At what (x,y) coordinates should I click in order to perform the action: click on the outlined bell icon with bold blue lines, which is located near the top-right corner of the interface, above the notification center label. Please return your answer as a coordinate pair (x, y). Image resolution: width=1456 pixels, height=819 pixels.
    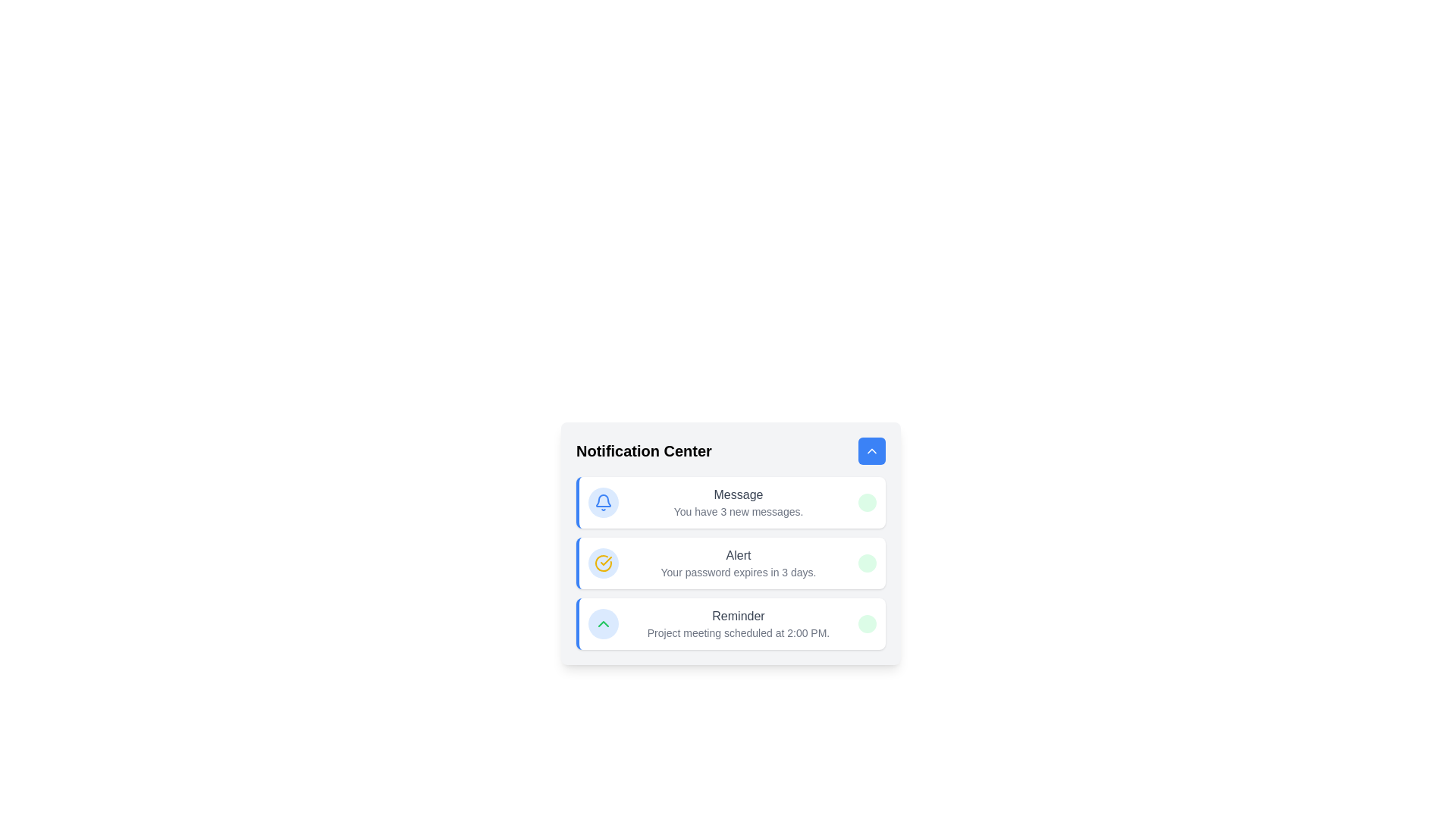
    Looking at the image, I should click on (603, 503).